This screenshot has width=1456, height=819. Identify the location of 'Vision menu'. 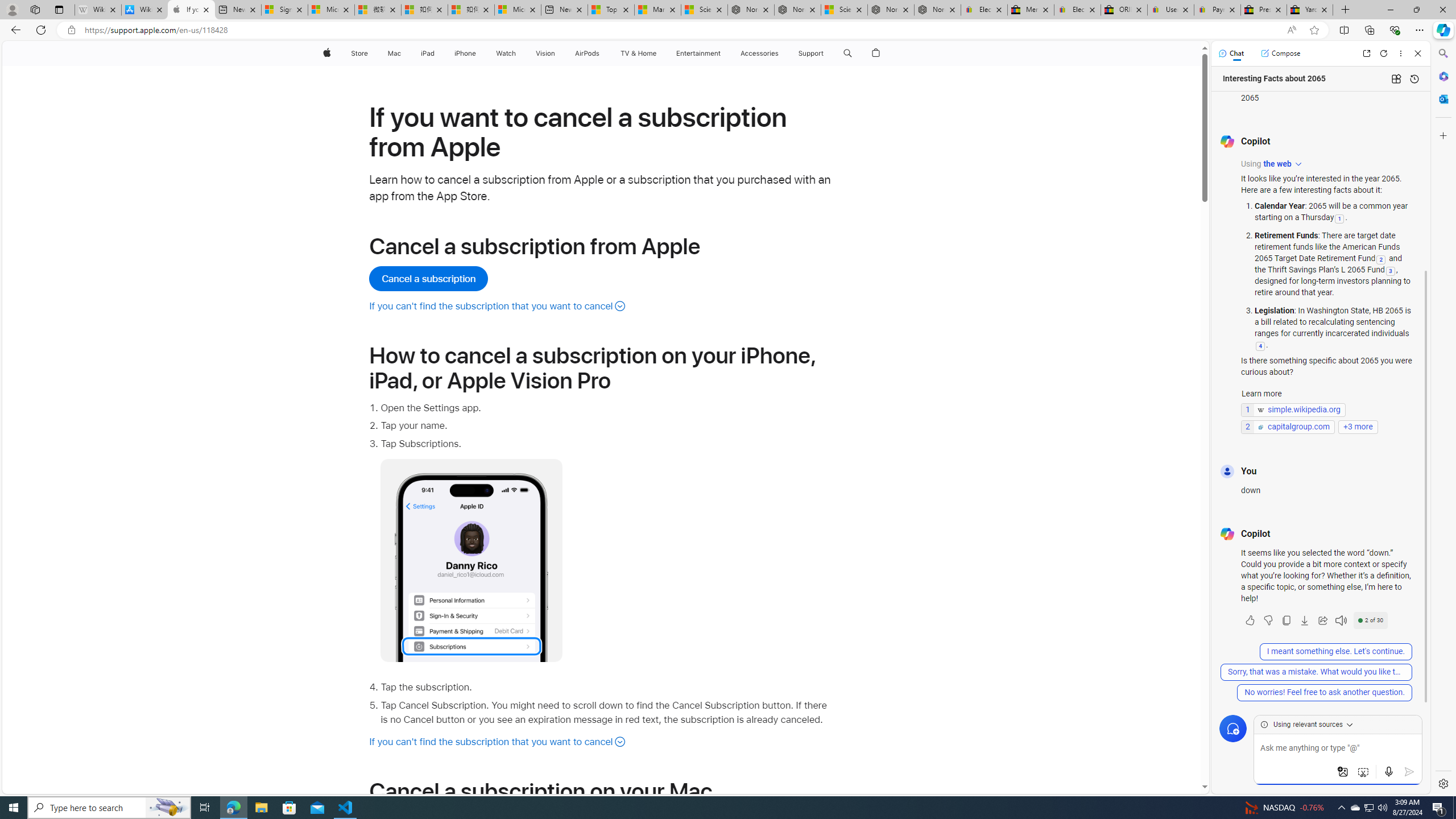
(558, 53).